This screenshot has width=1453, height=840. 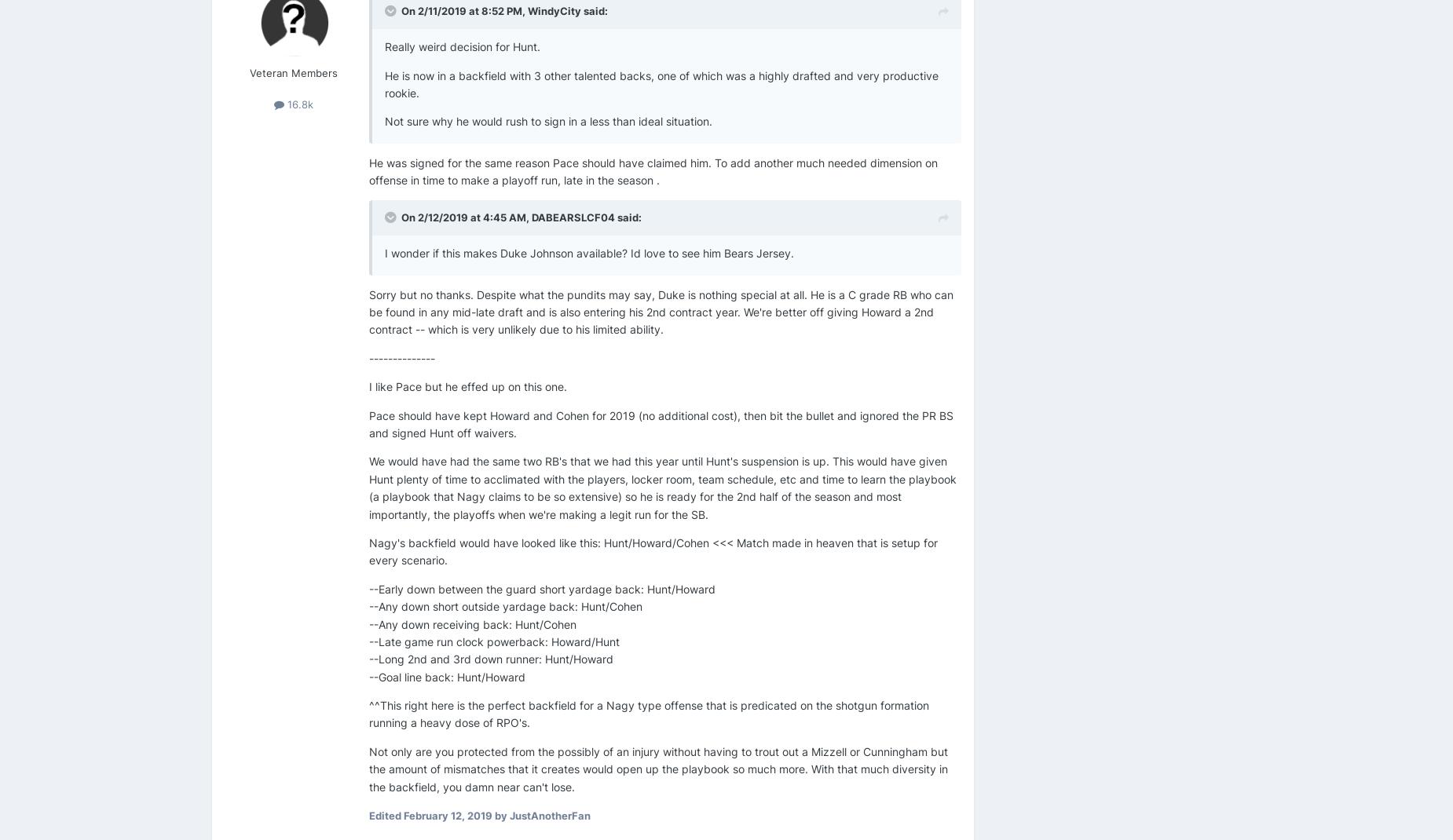 I want to click on '--Goal line back: Hunt/Howard', so click(x=447, y=676).